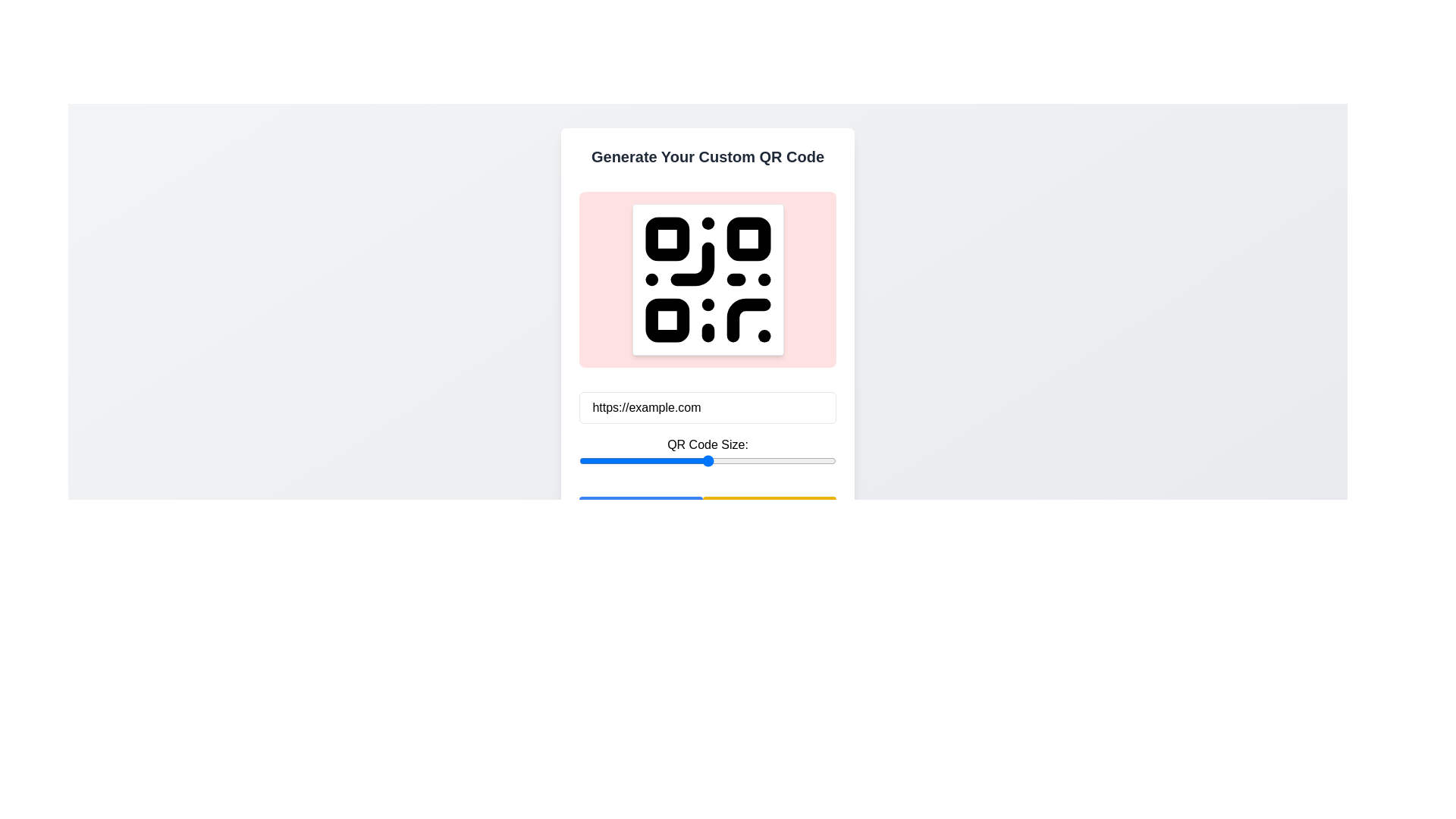 The width and height of the screenshot is (1456, 819). I want to click on the QR code size, so click(778, 460).